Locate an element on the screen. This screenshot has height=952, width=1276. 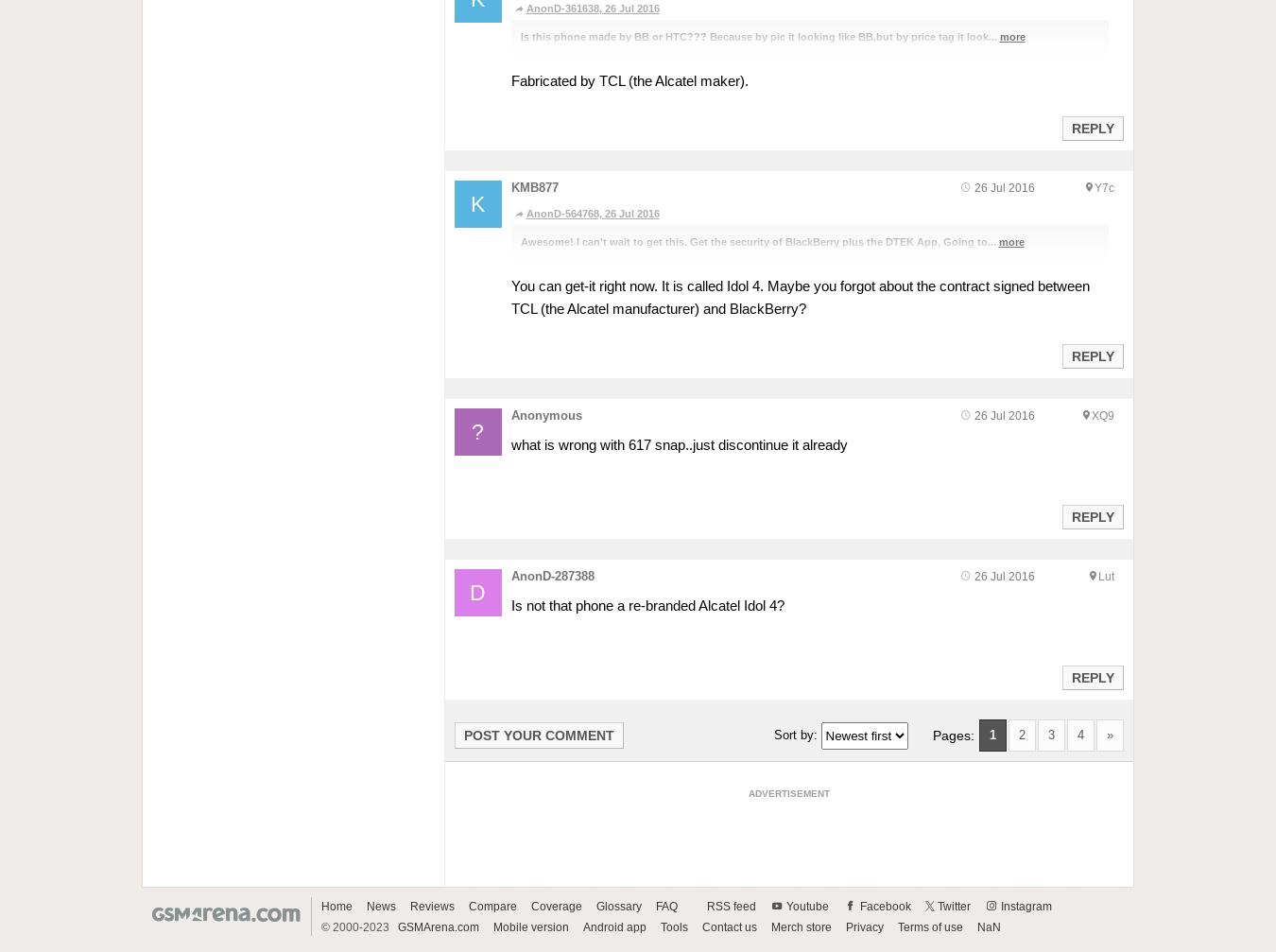
'?' is located at coordinates (476, 430).